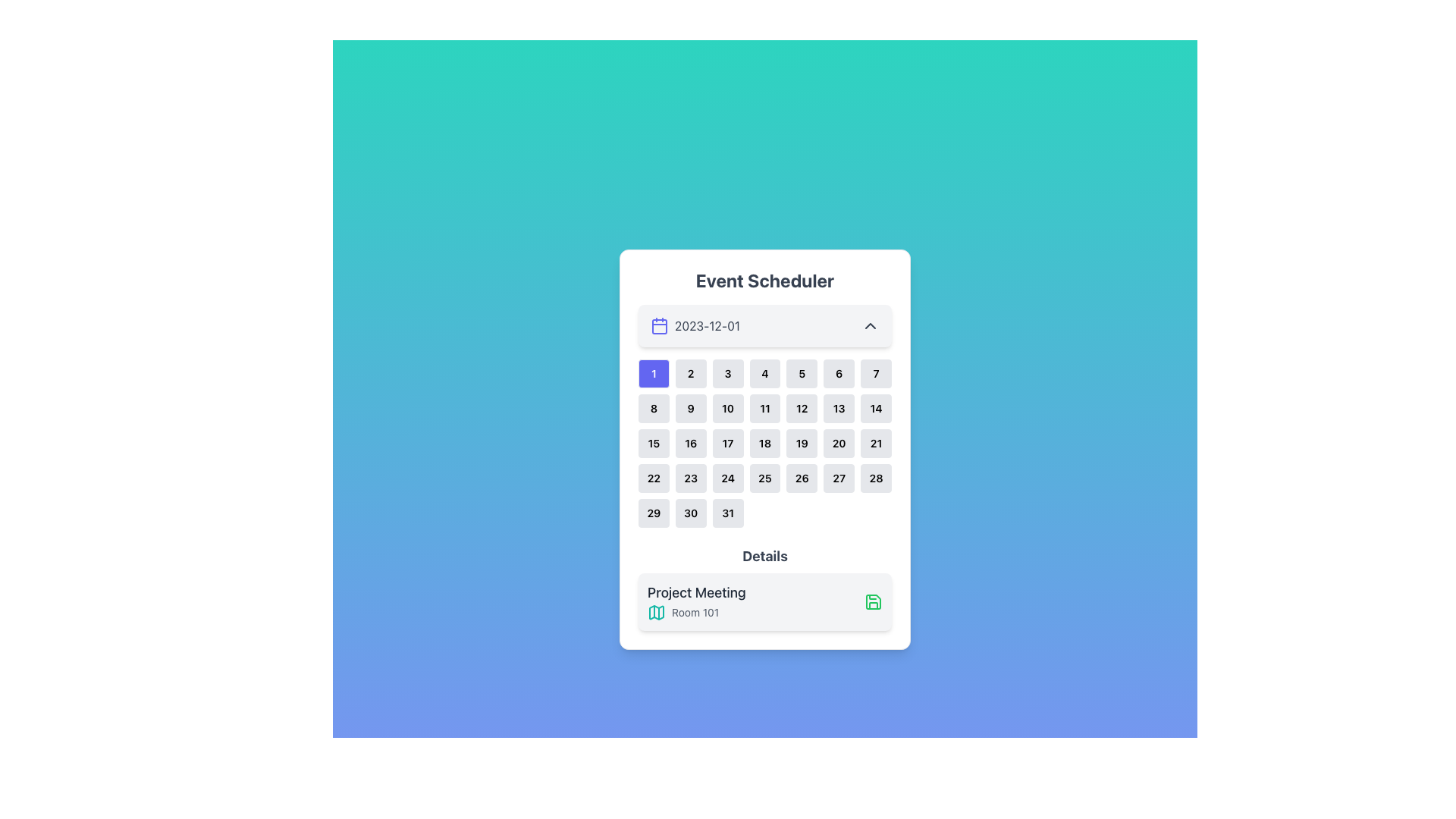  Describe the element at coordinates (690, 374) in the screenshot. I see `the button displaying the number '2' in a light gray square with rounded corners` at that location.